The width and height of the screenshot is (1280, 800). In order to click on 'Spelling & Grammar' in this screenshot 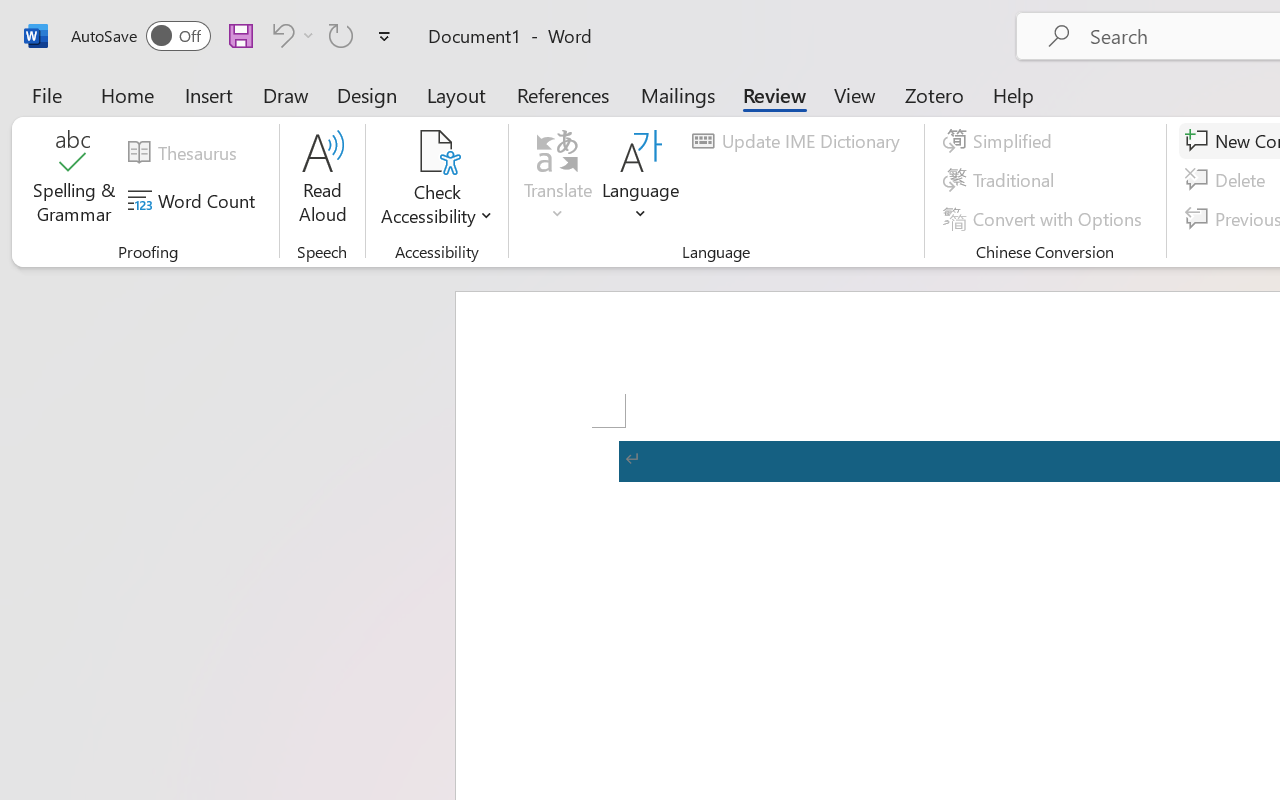, I will do `click(74, 179)`.